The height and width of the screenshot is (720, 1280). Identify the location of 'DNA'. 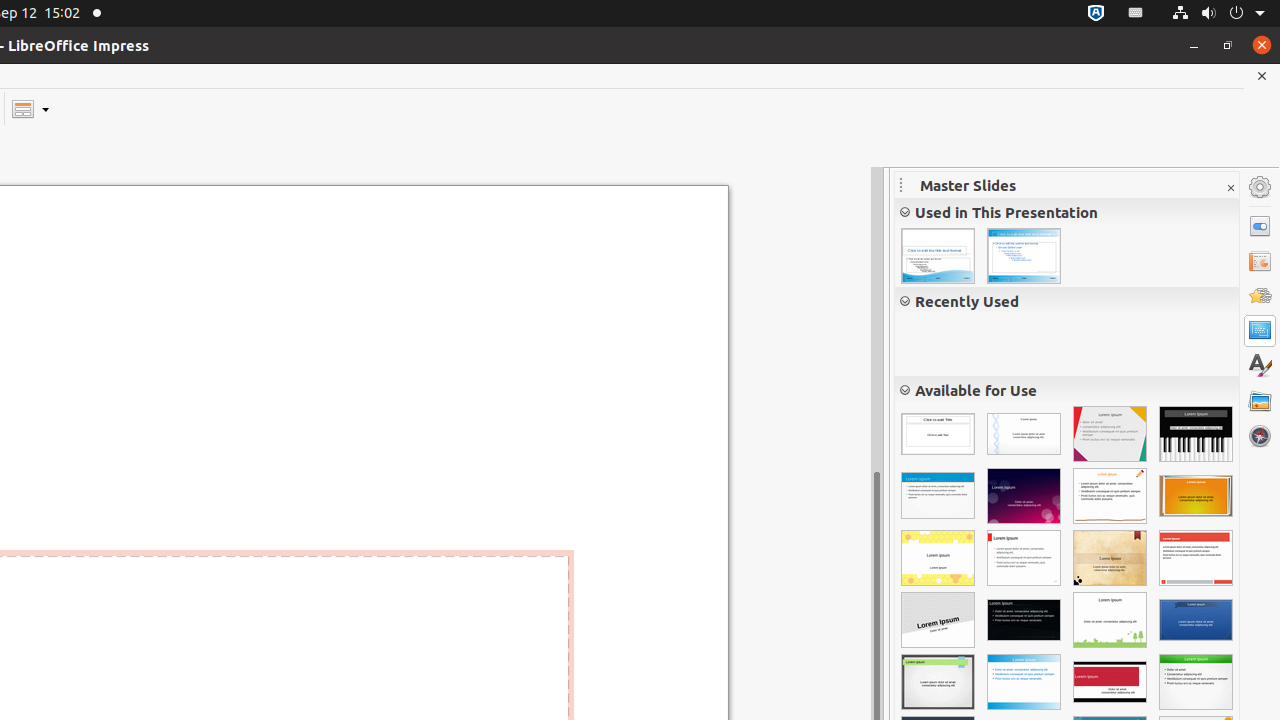
(1024, 433).